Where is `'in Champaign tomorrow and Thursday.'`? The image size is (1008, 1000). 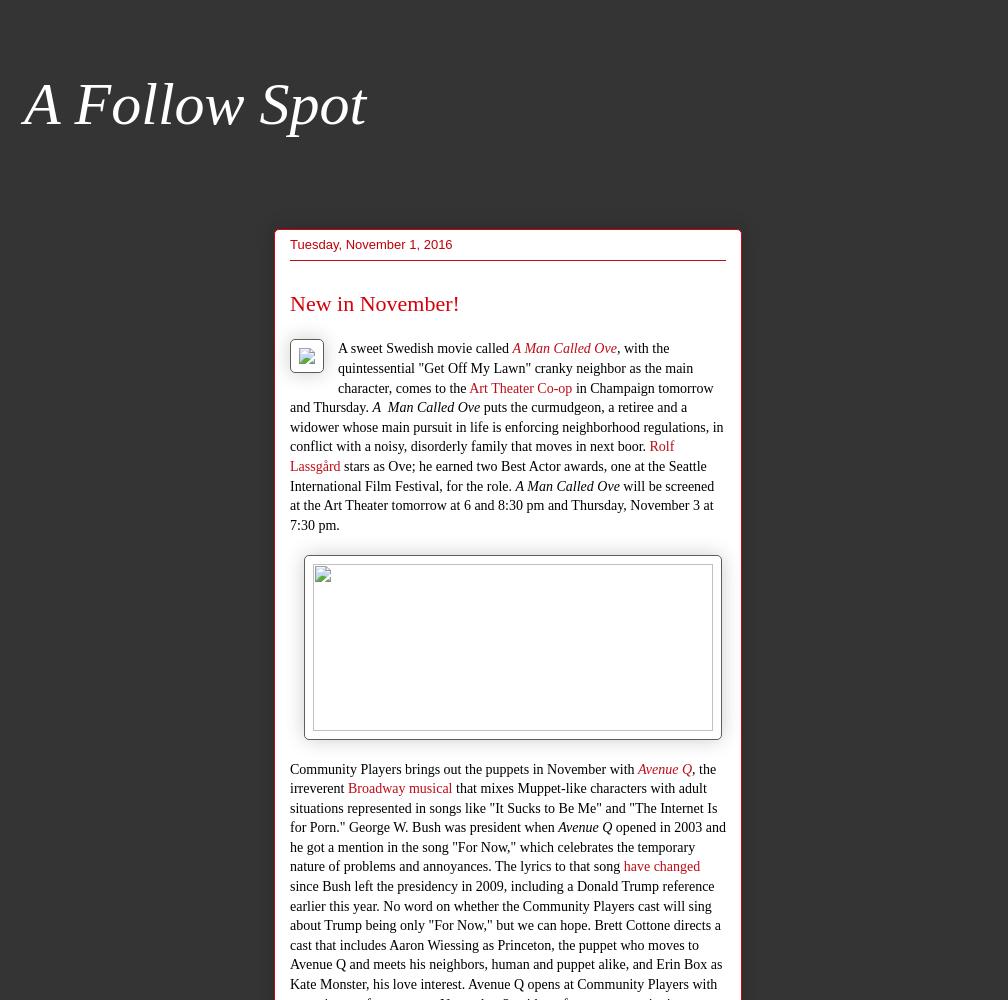 'in Champaign tomorrow and Thursday.' is located at coordinates (501, 397).